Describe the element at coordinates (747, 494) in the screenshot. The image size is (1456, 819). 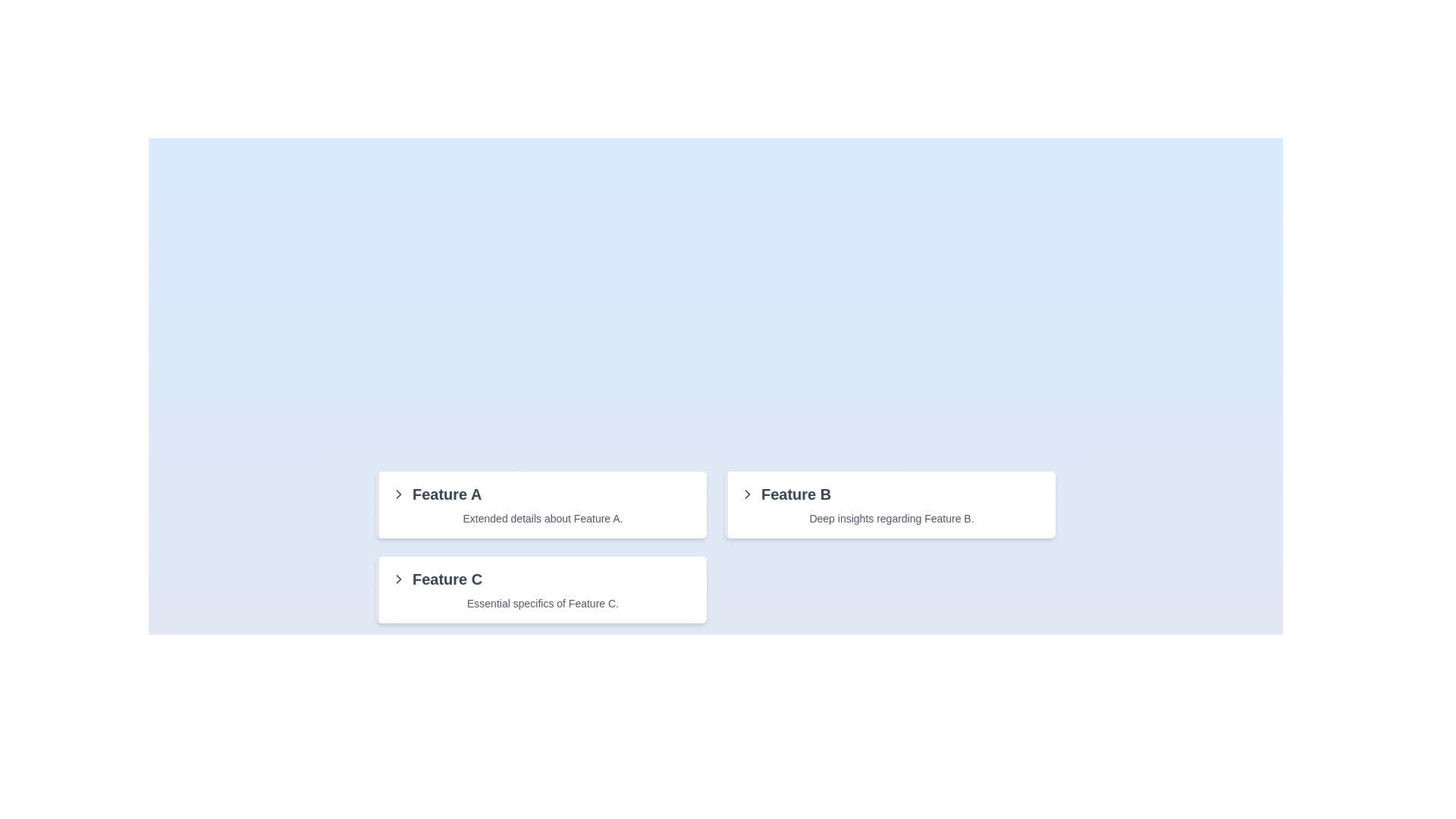
I see `the right-pointing chevron arrow icon located in the rightmost card labeled 'Feature B' on the interface` at that location.